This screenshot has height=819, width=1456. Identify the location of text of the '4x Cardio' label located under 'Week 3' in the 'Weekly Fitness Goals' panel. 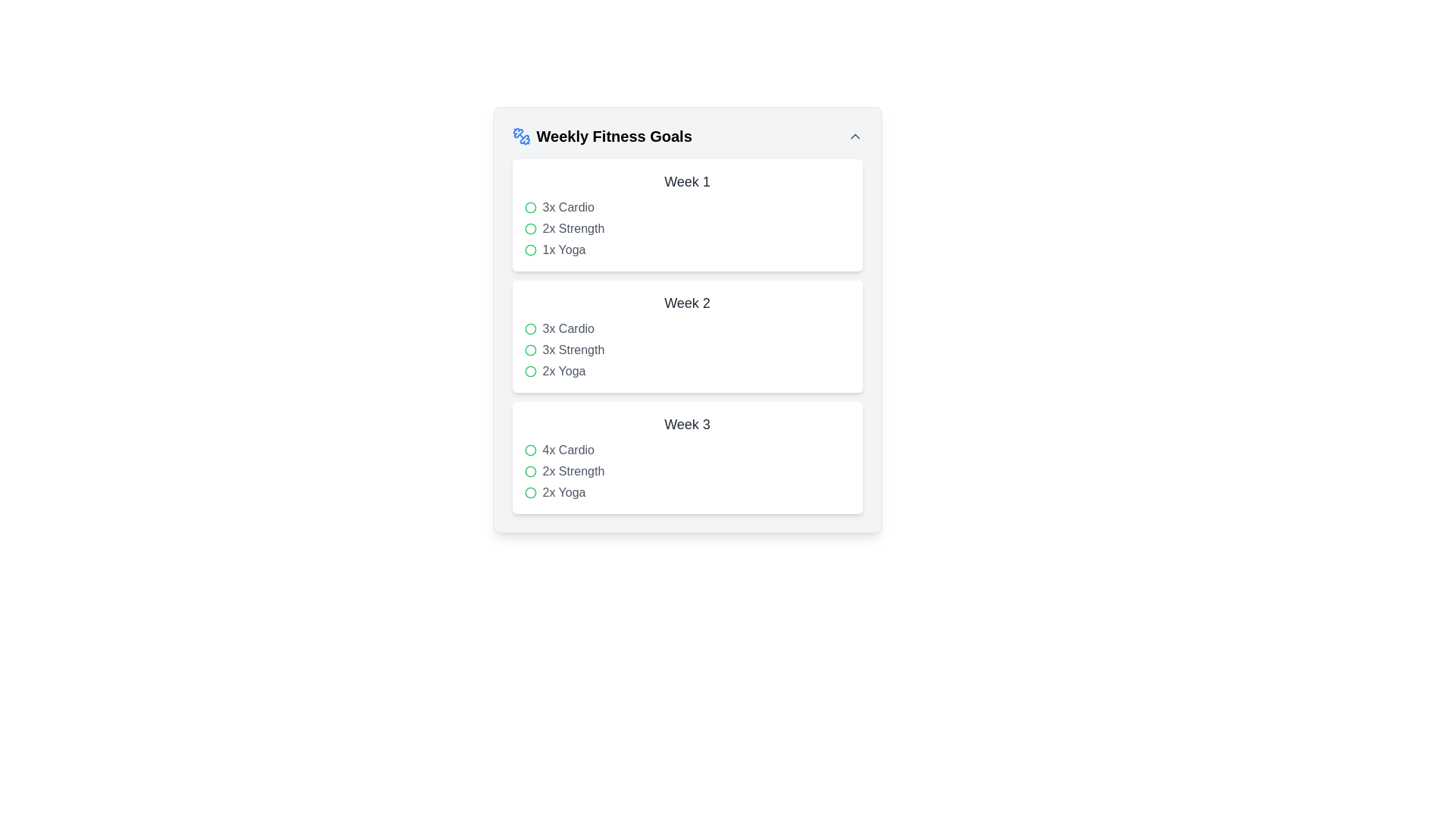
(567, 450).